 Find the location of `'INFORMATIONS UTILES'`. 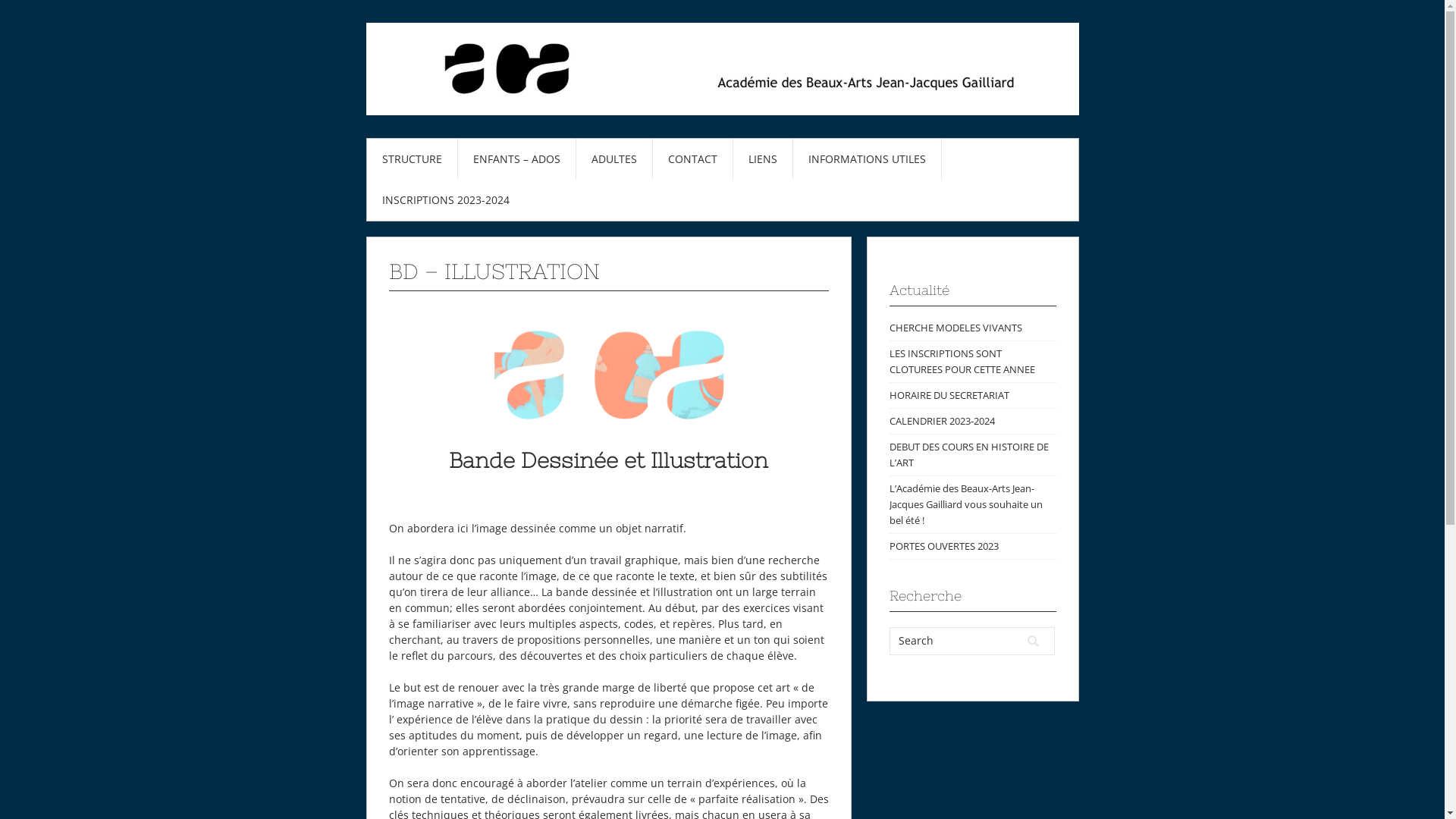

'INFORMATIONS UTILES' is located at coordinates (867, 158).